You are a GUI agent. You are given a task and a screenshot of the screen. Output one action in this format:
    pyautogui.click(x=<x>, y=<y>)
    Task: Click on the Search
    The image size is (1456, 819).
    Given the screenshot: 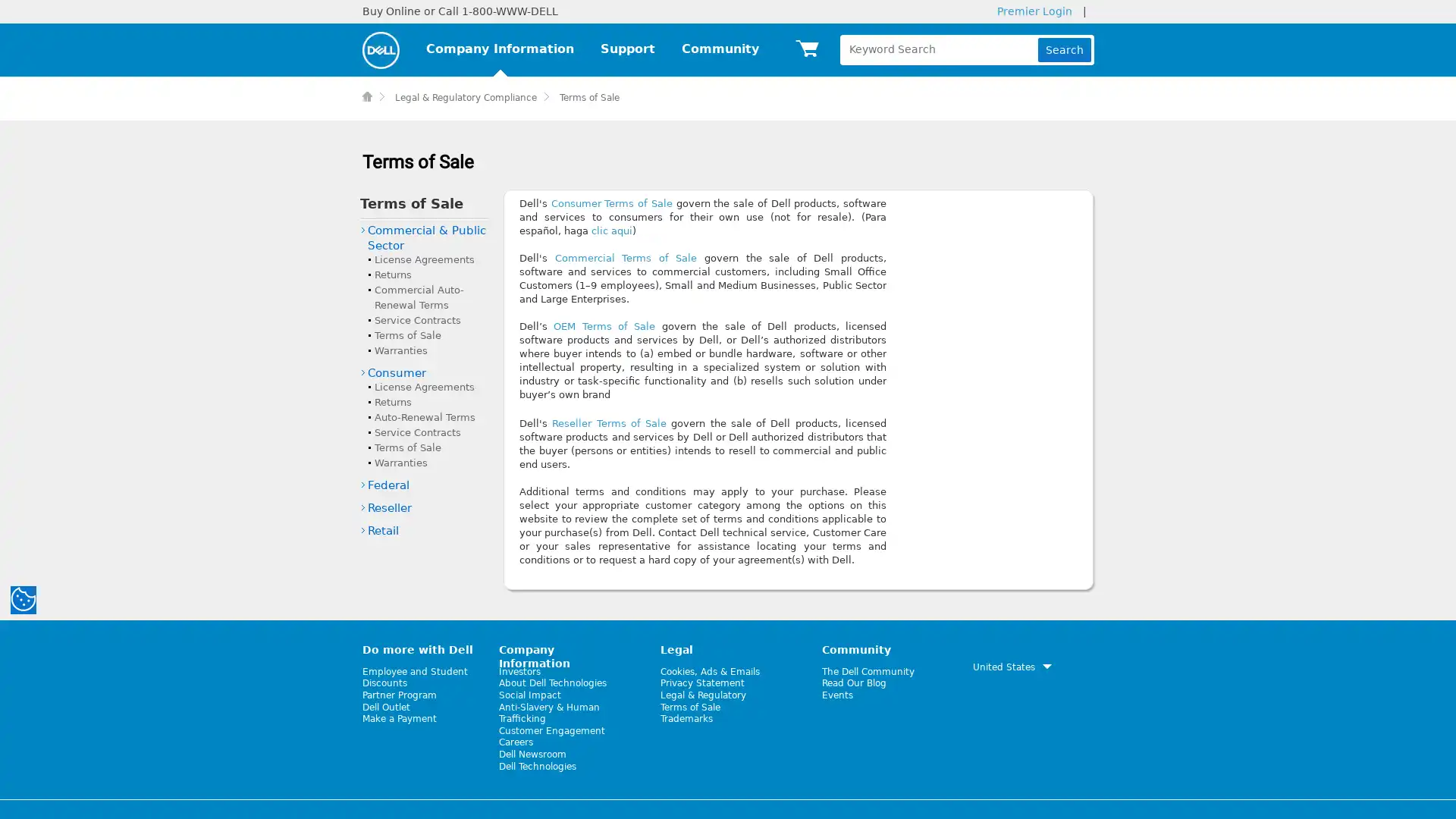 What is the action you would take?
    pyautogui.click(x=1062, y=49)
    